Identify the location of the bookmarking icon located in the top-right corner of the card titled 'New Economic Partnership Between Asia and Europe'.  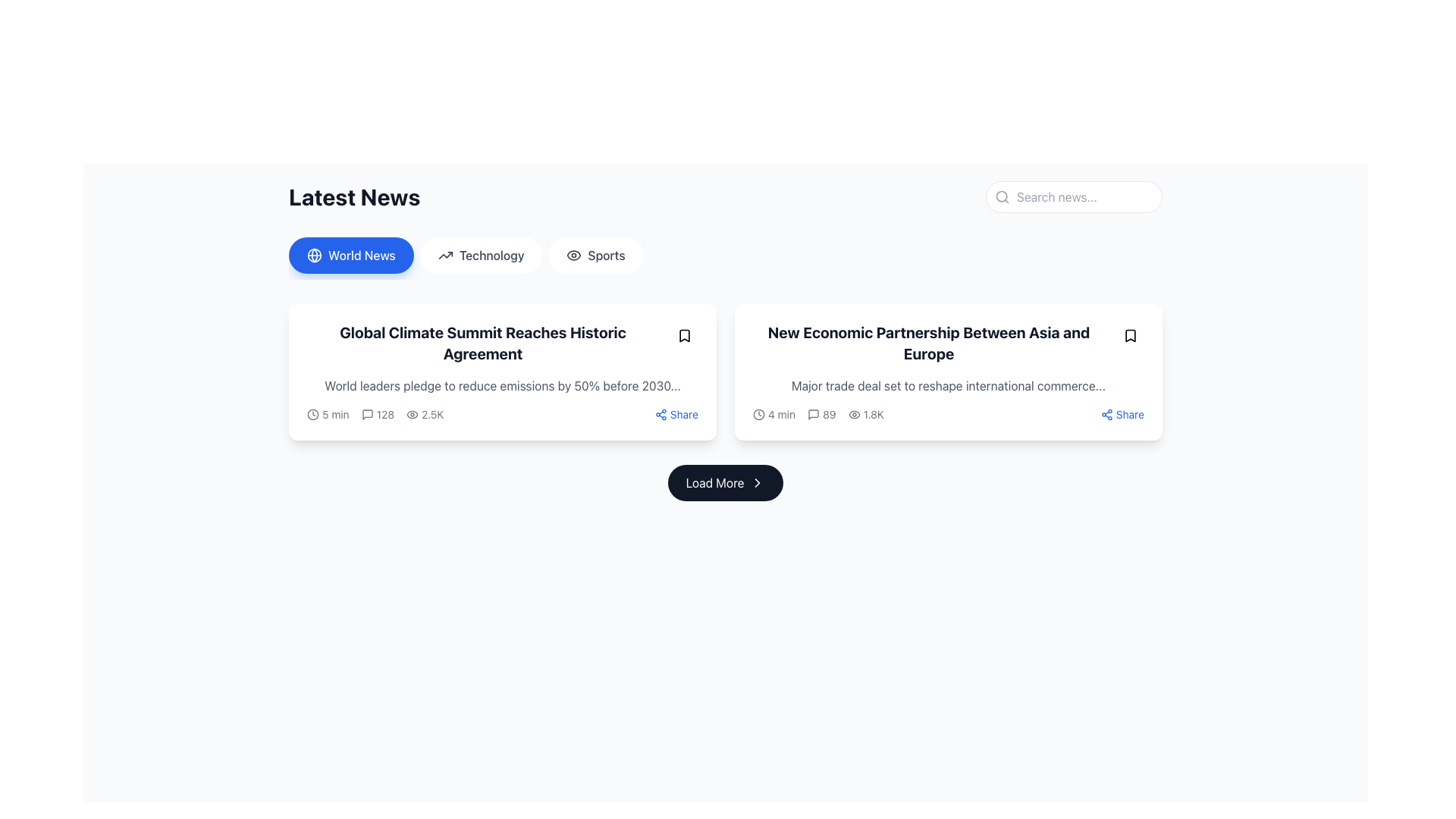
(1131, 335).